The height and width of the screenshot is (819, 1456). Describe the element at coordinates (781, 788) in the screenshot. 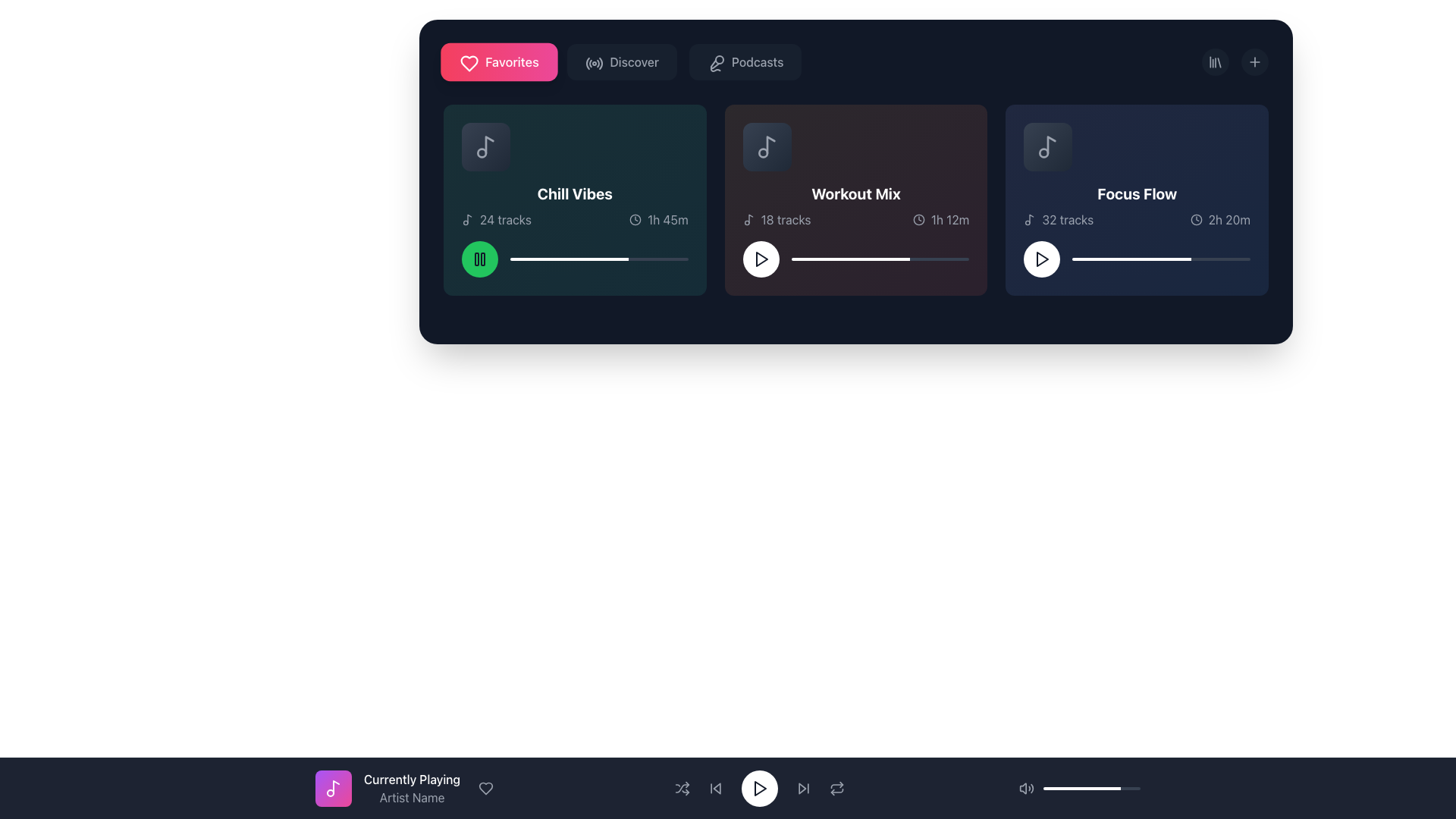

I see `the slider position` at that location.